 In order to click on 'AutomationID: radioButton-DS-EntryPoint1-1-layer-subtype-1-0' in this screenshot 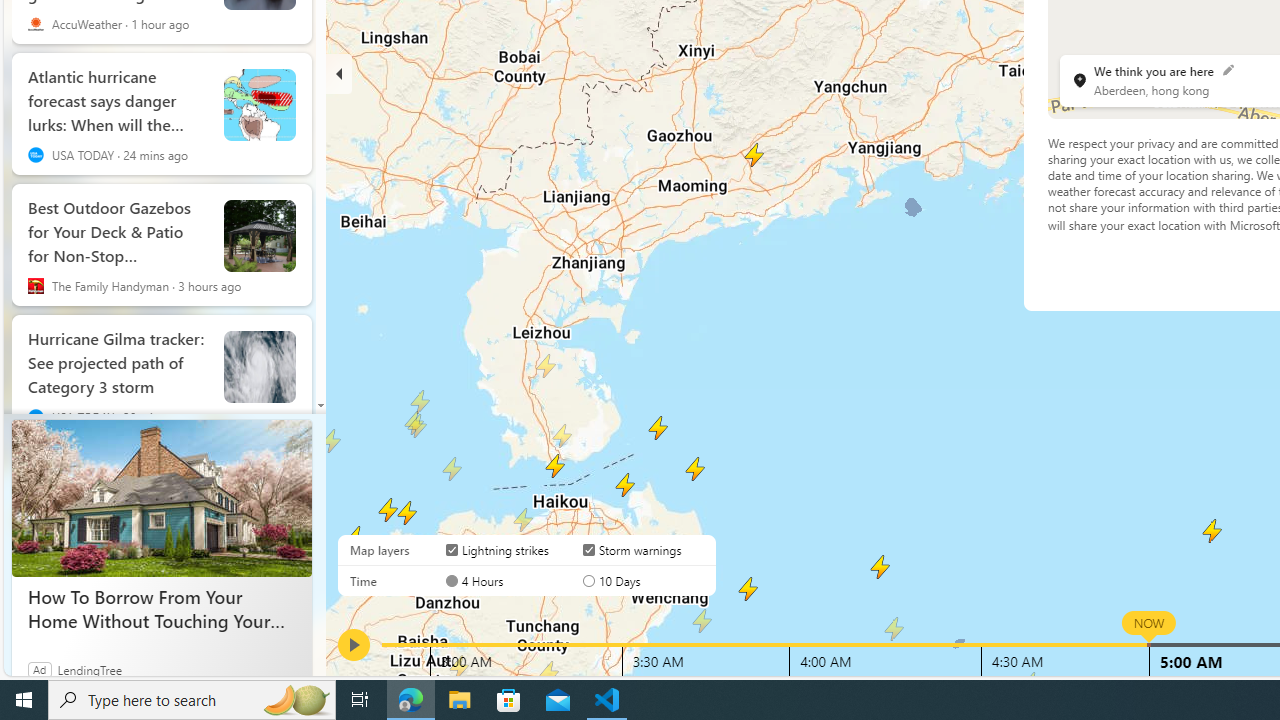, I will do `click(450, 581)`.